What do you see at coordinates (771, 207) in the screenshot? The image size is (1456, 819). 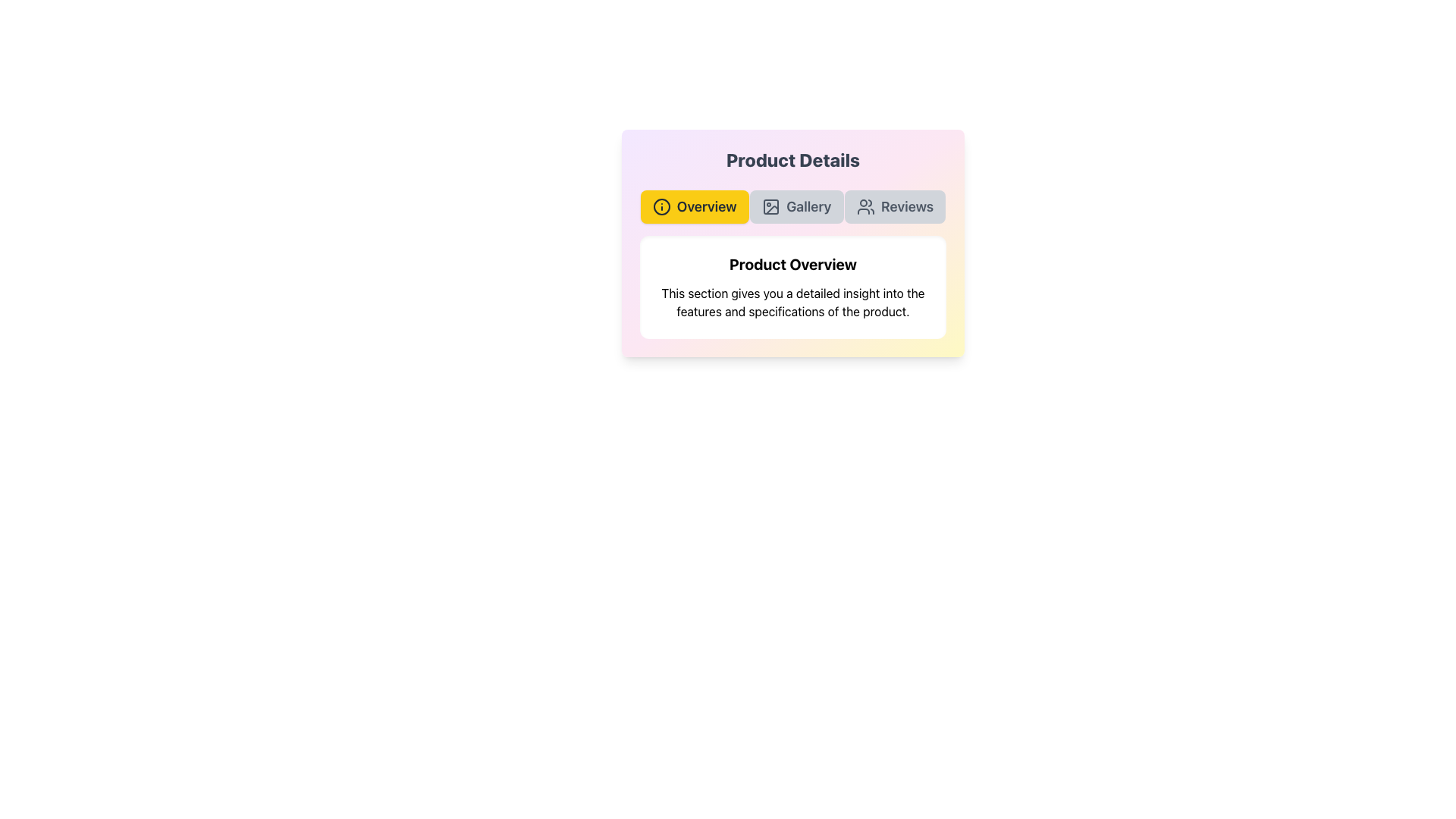 I see `the 'Gallery' icon located within the menu bar under 'Product Details'` at bounding box center [771, 207].